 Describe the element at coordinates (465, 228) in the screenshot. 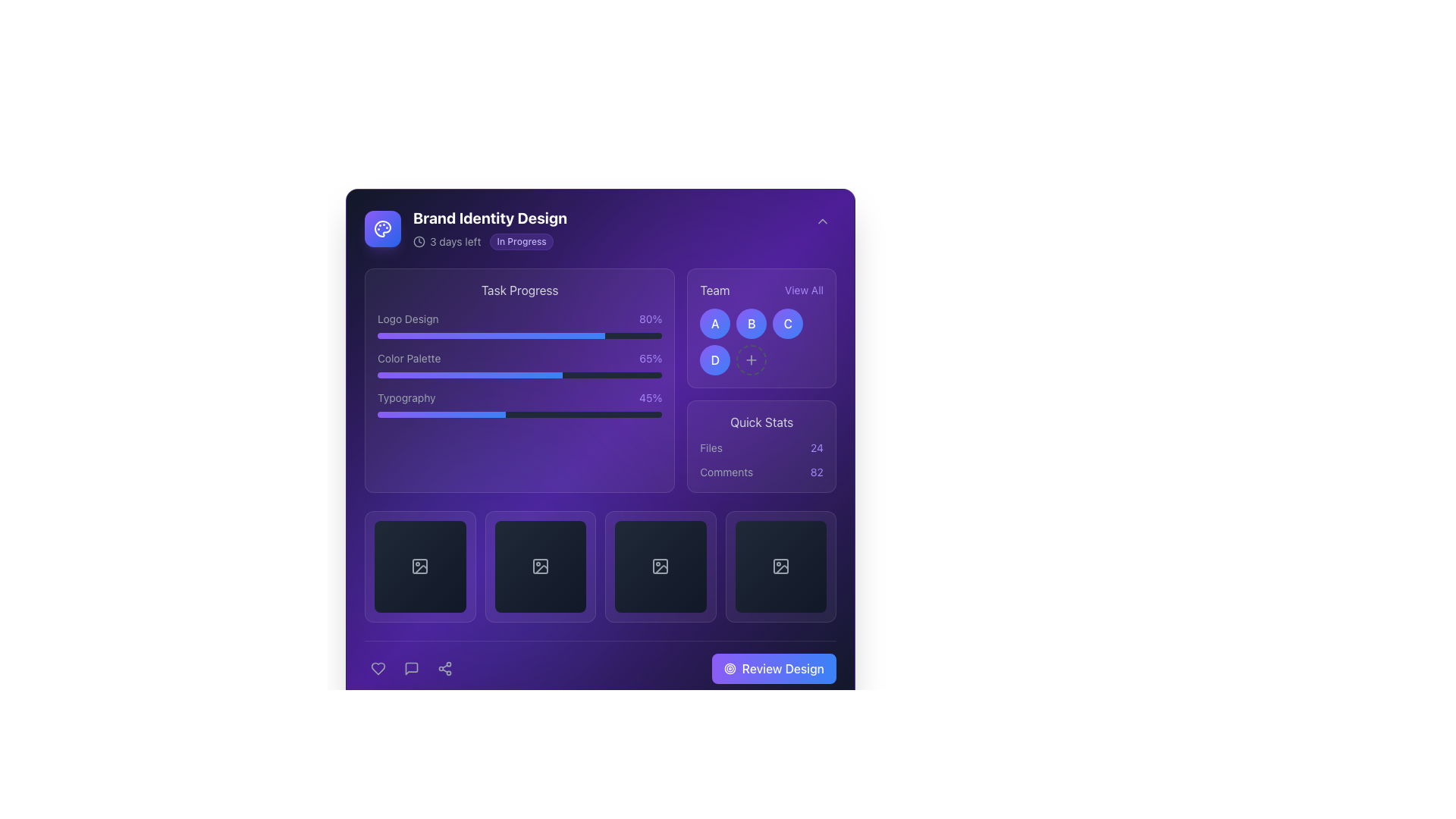

I see `information displayed in the prominent informational block that includes the text 'Brand Identity Design', '3 days left', and 'In Progress'` at that location.